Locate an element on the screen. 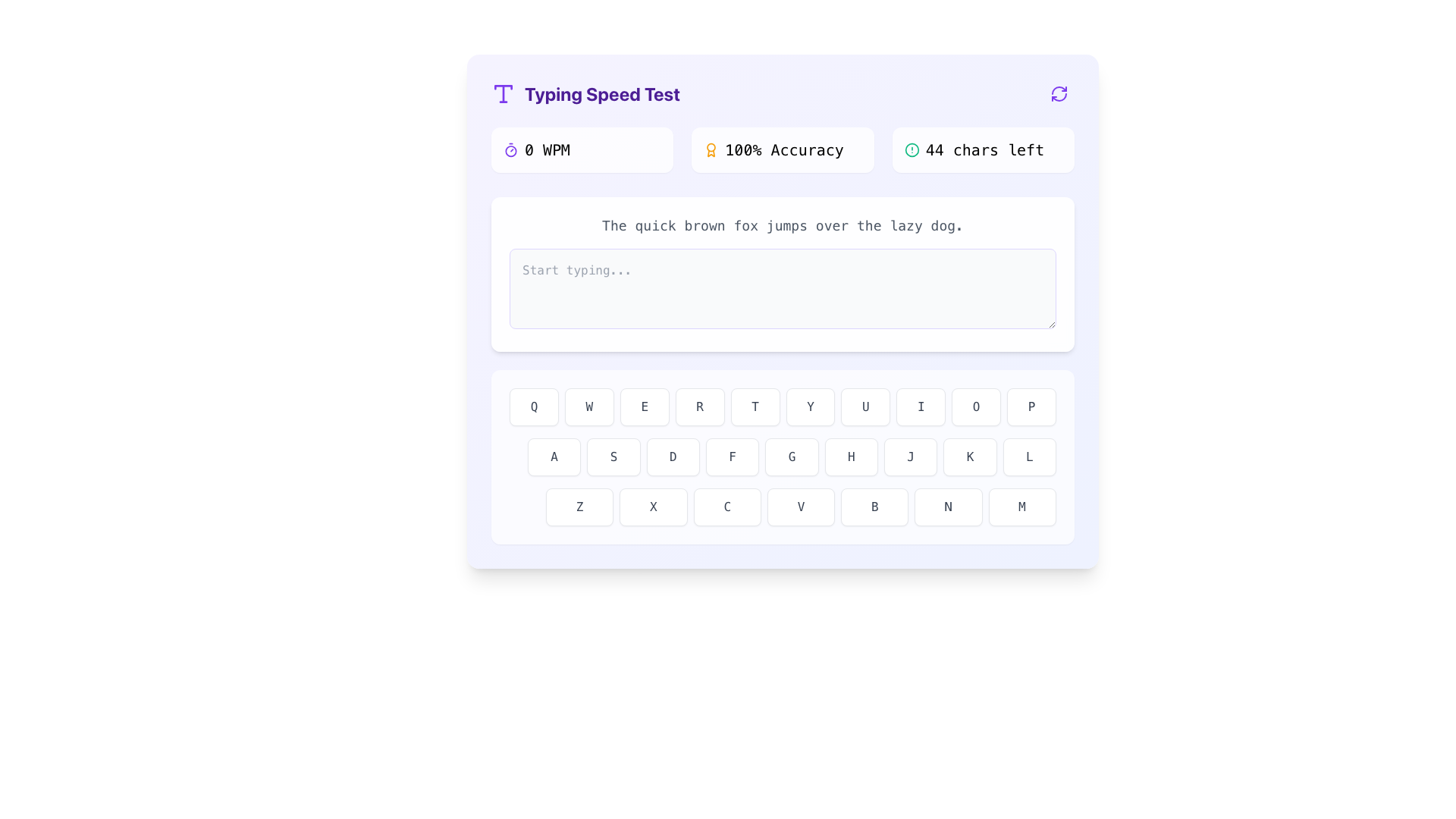 The height and width of the screenshot is (819, 1456). the circular refresh button with purple arrows located at the top-right corner of the interface header is located at coordinates (1058, 93).